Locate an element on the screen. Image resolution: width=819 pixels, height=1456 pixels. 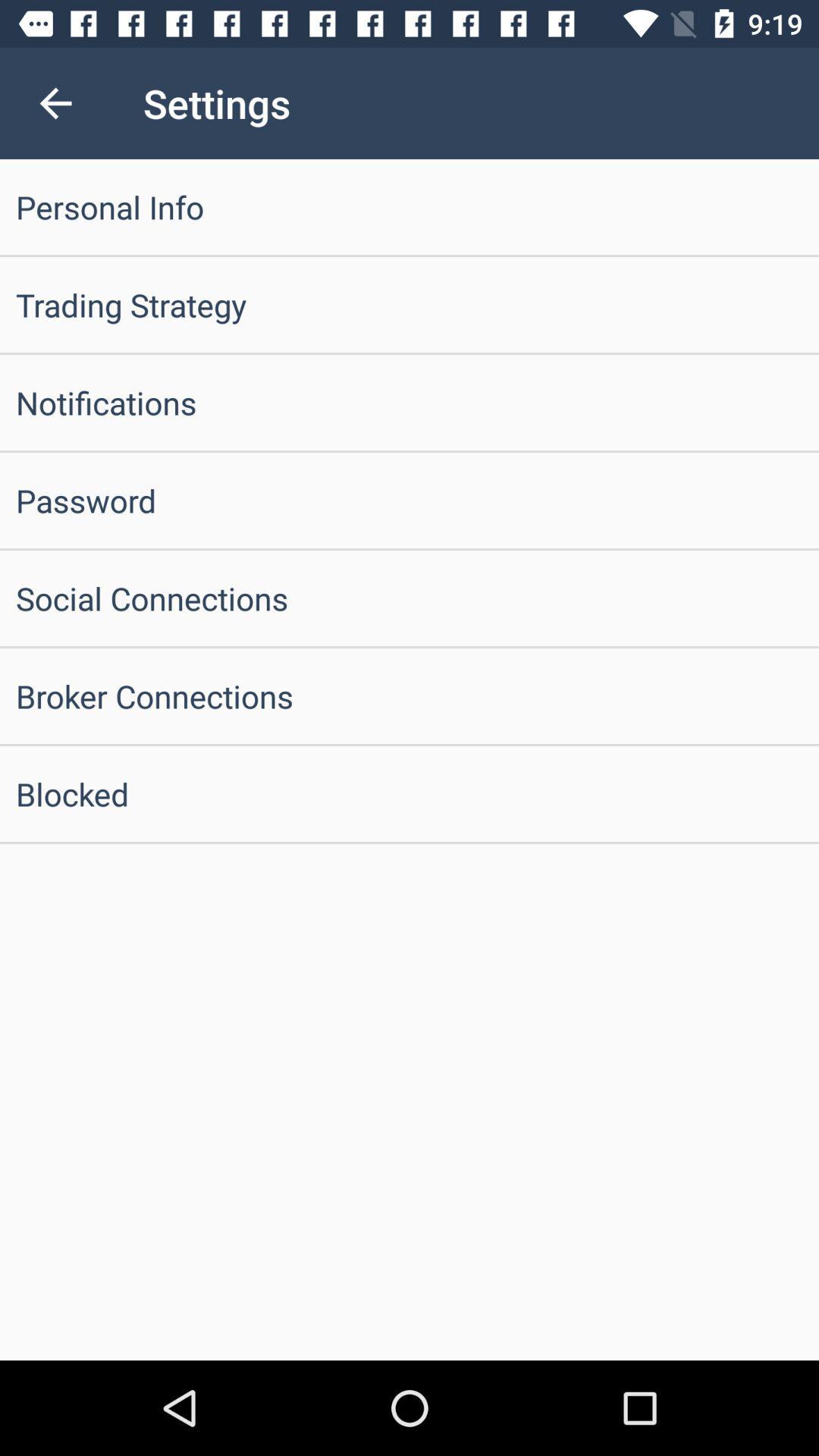
icon above the broker connections icon is located at coordinates (409, 597).